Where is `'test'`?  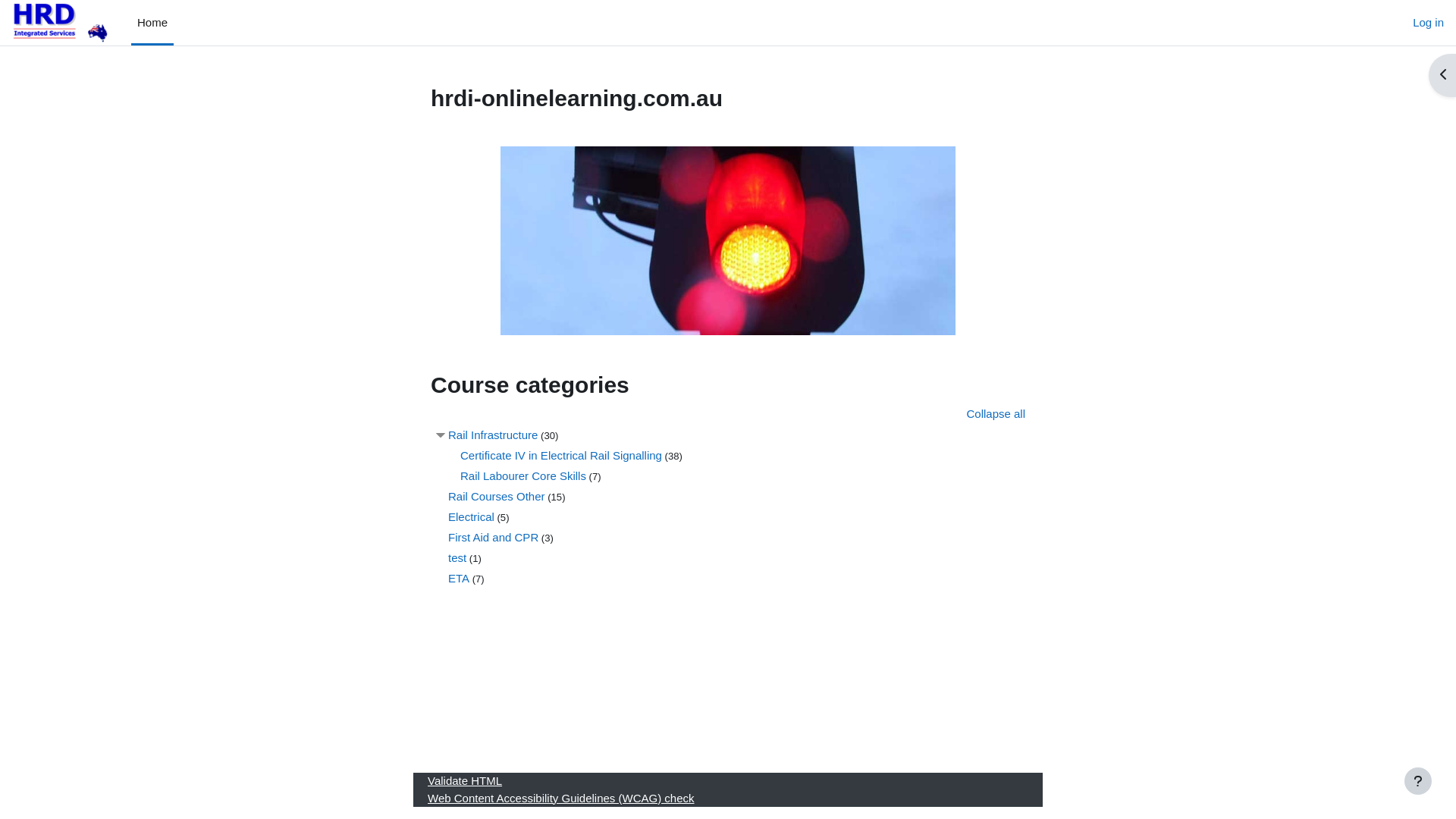
'test' is located at coordinates (447, 557).